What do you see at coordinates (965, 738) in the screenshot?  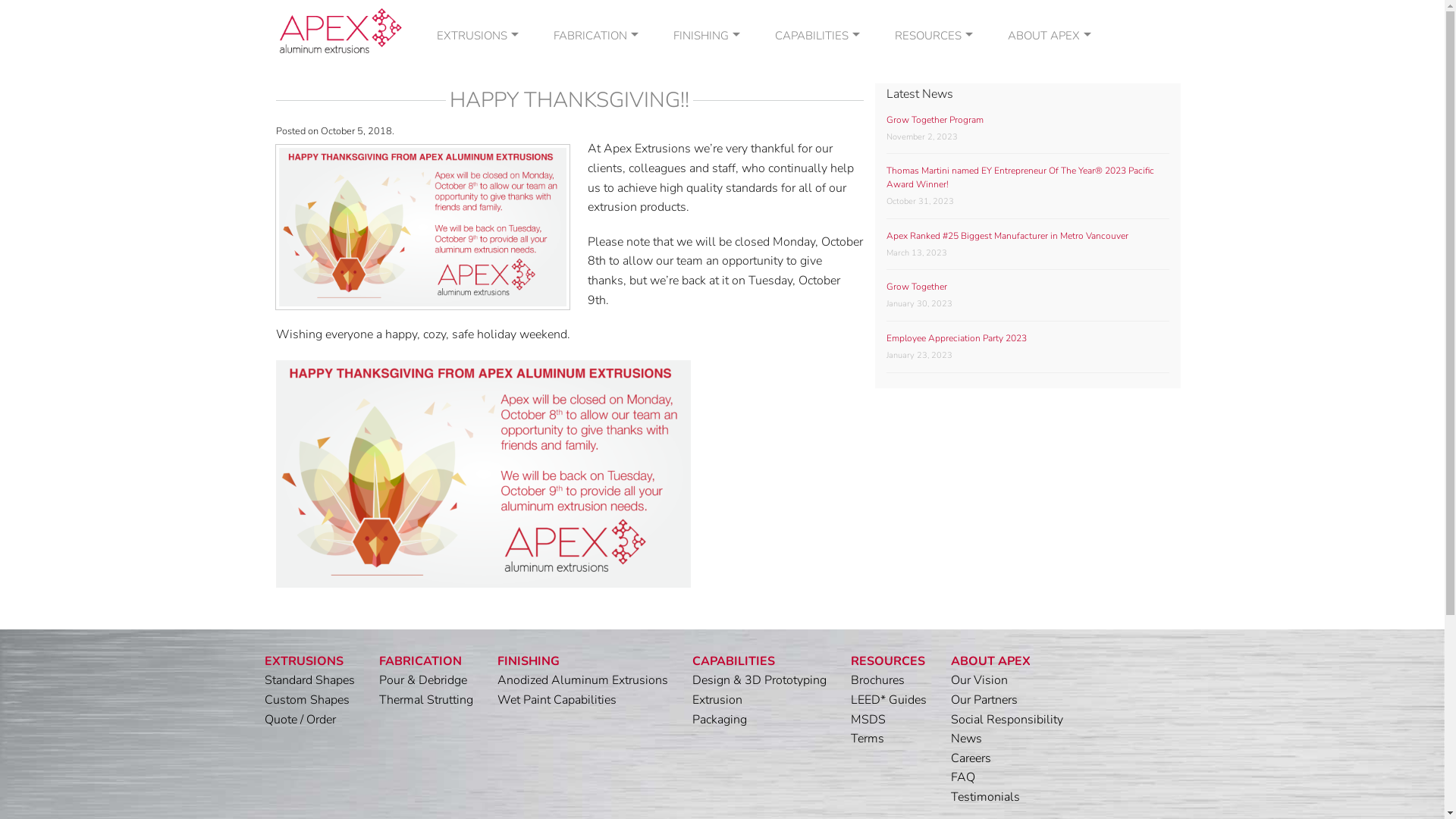 I see `'News'` at bounding box center [965, 738].